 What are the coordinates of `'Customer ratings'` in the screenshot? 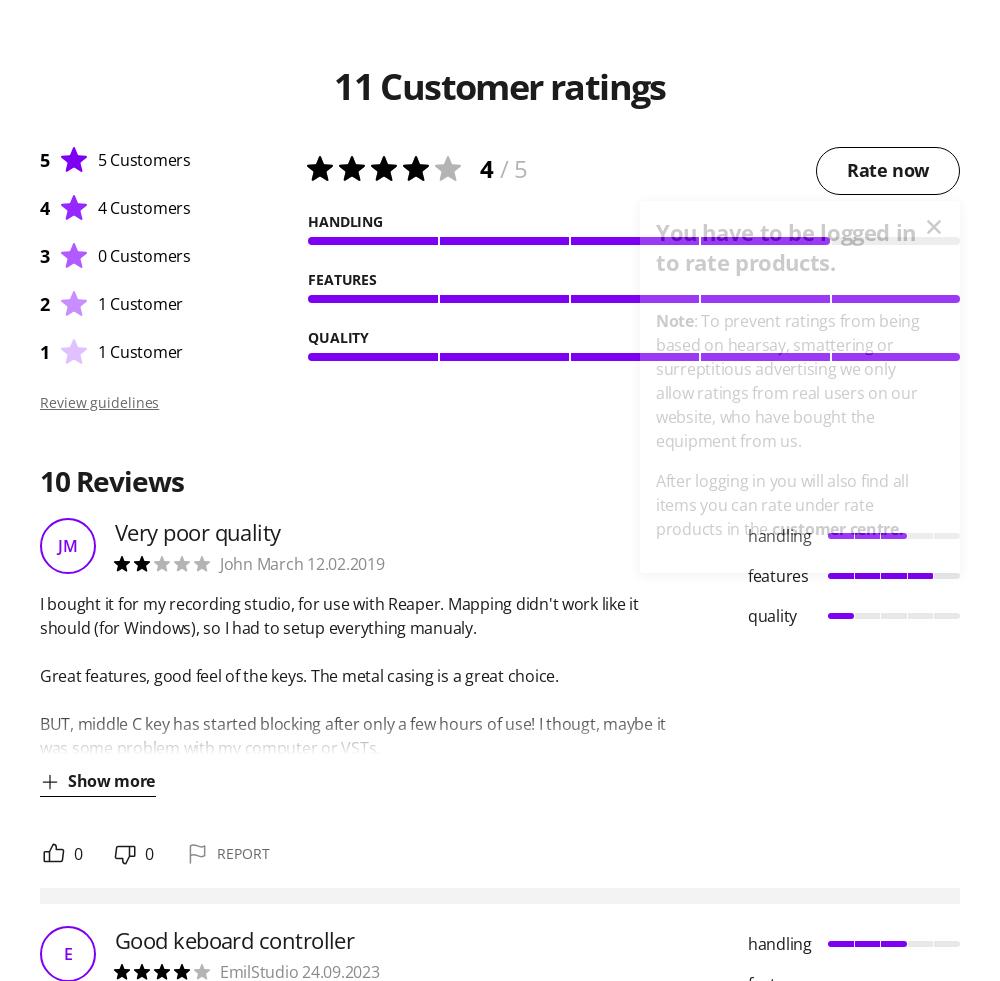 It's located at (372, 85).